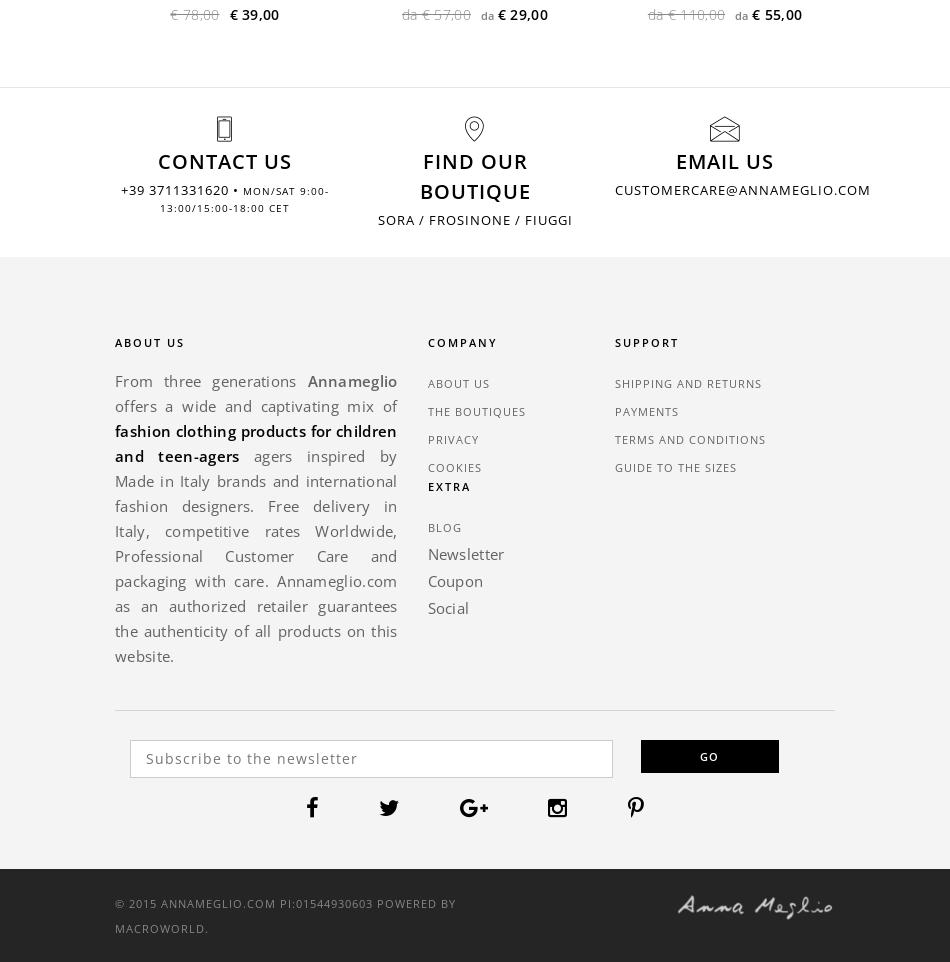 Image resolution: width=950 pixels, height=962 pixels. Describe the element at coordinates (255, 554) in the screenshot. I see `'agers inspired by Made in Italy brands and international fashion designers. Free delivery in Italy, competitive rates Worldwide, Professional Customer Care and packaging with care. Annameglio.com as an authorized retailer guarantees the authenticity of all products on this website.'` at that location.